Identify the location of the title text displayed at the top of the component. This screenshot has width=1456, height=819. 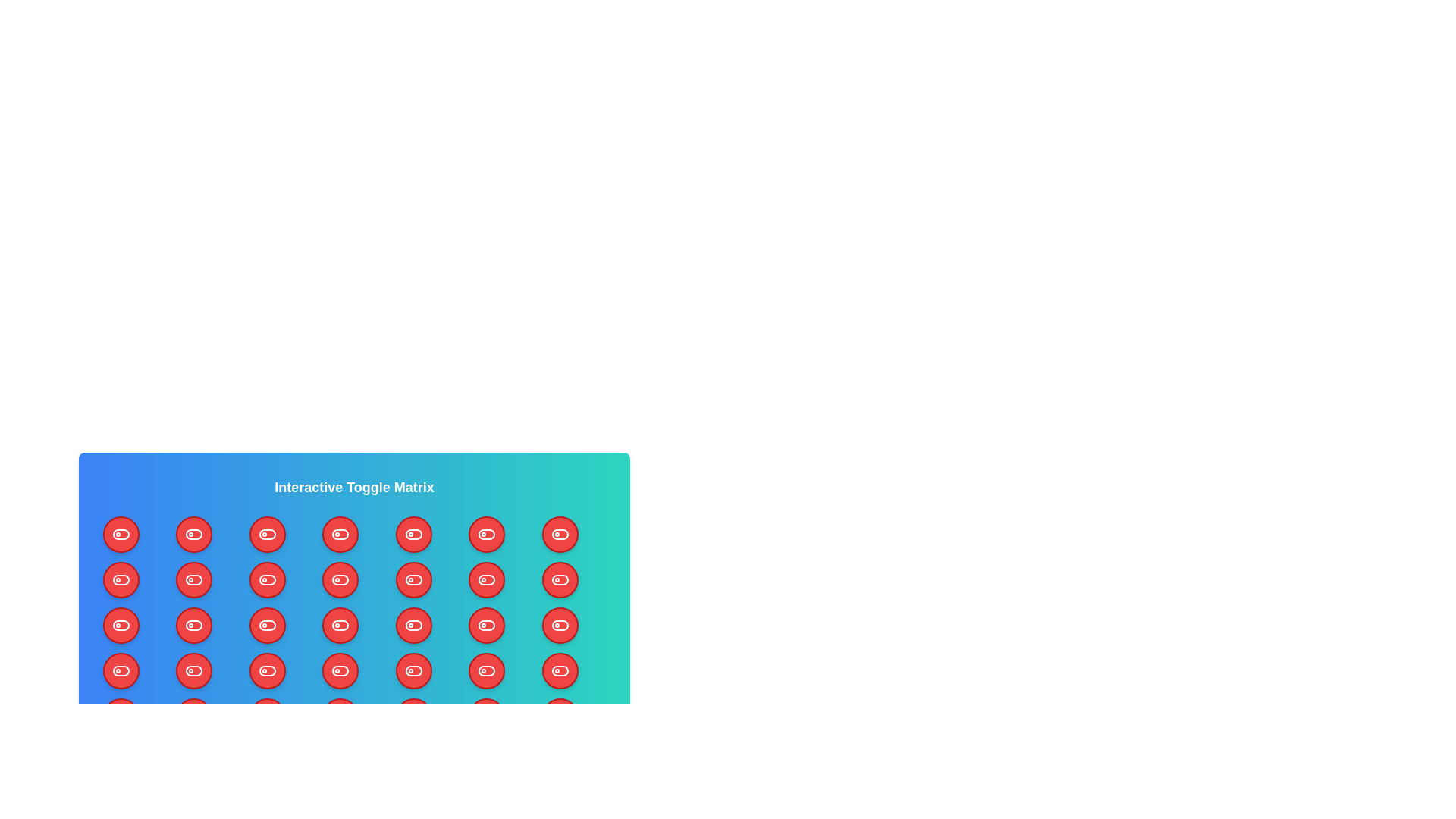
(353, 488).